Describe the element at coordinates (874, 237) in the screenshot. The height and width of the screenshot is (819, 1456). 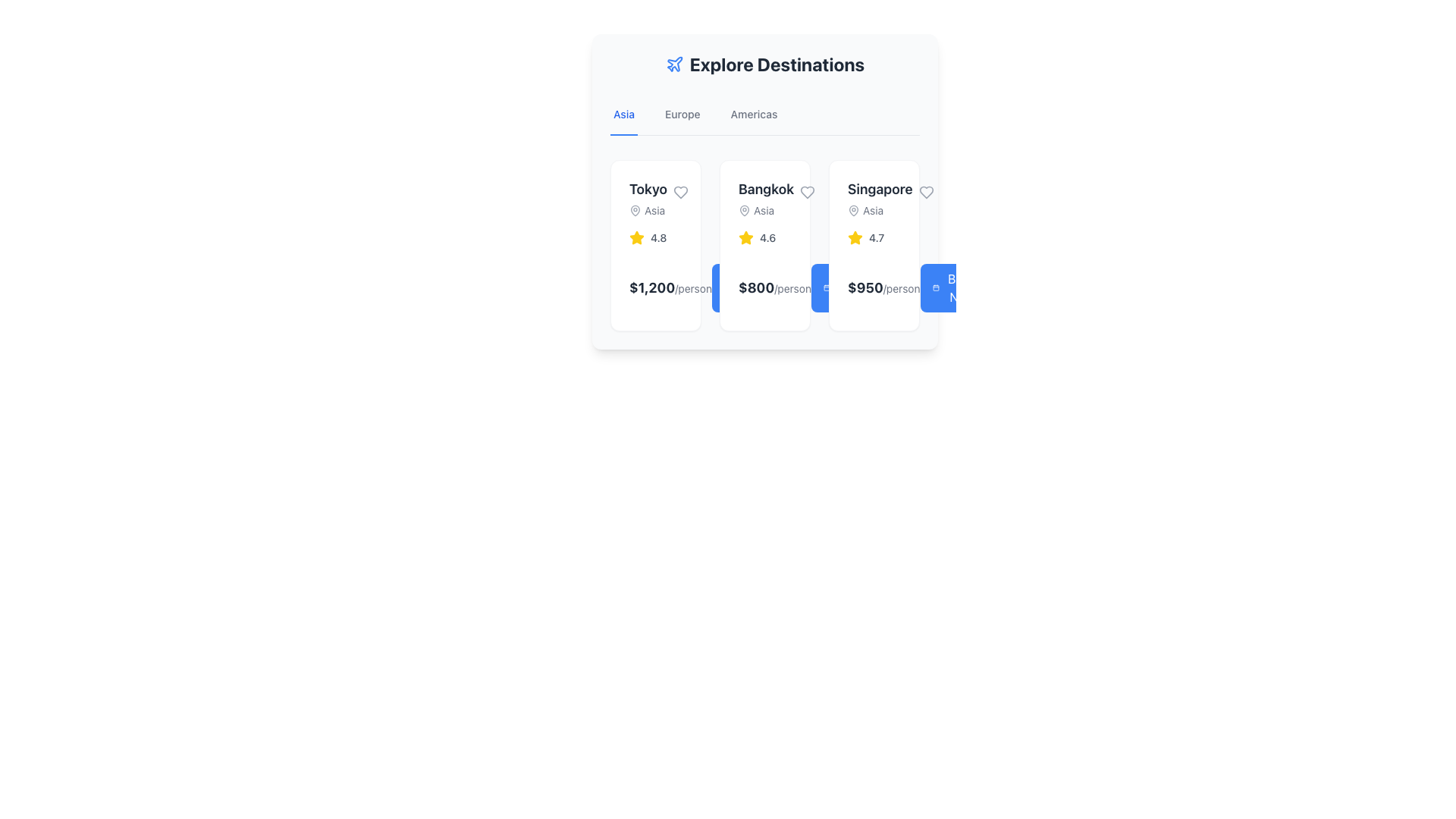
I see `the Rating display element located in the third card, positioned below the 'Singapore' text and above the price information` at that location.